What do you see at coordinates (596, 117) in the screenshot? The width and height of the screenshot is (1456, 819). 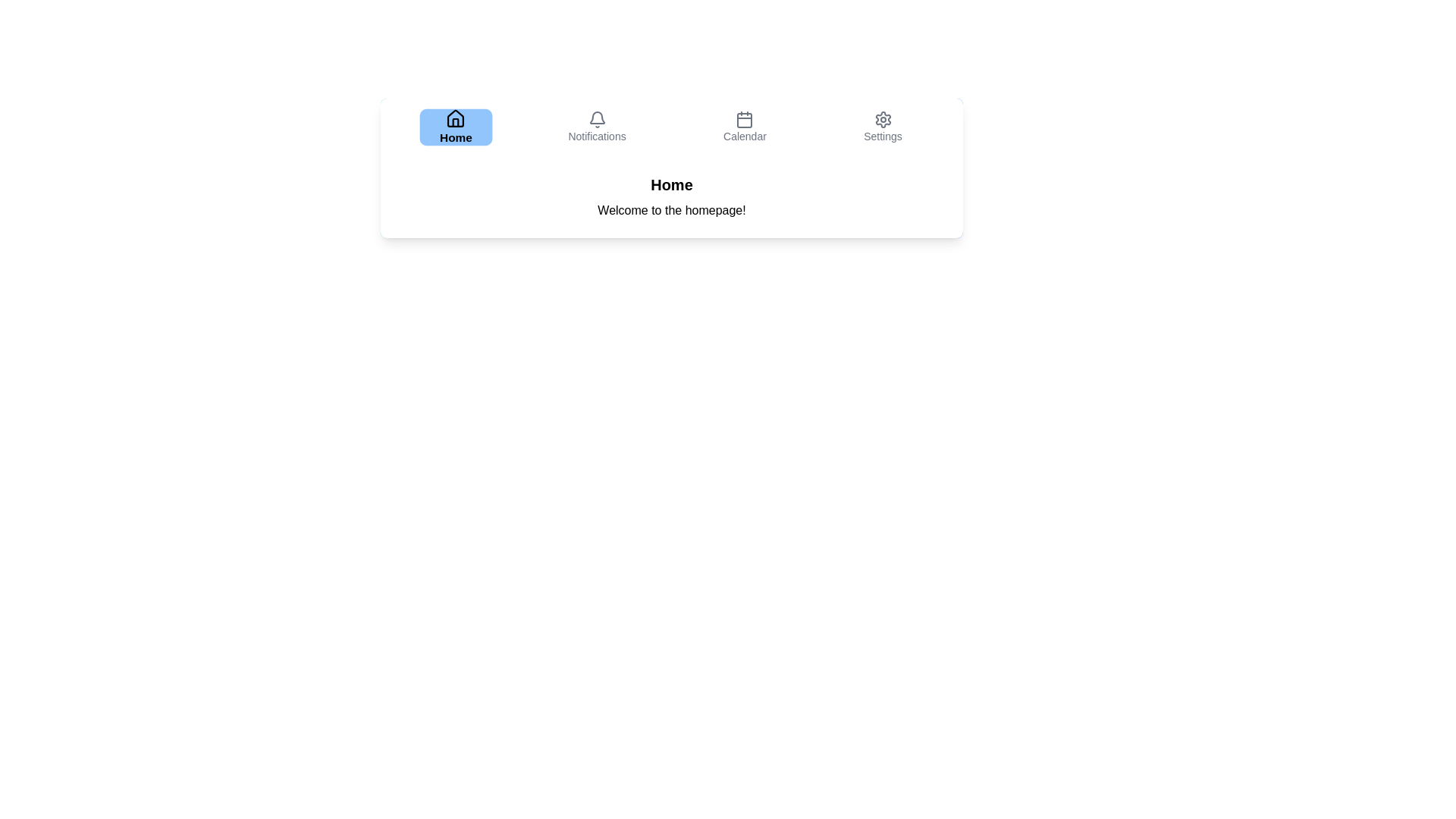 I see `the notification bell icon` at bounding box center [596, 117].